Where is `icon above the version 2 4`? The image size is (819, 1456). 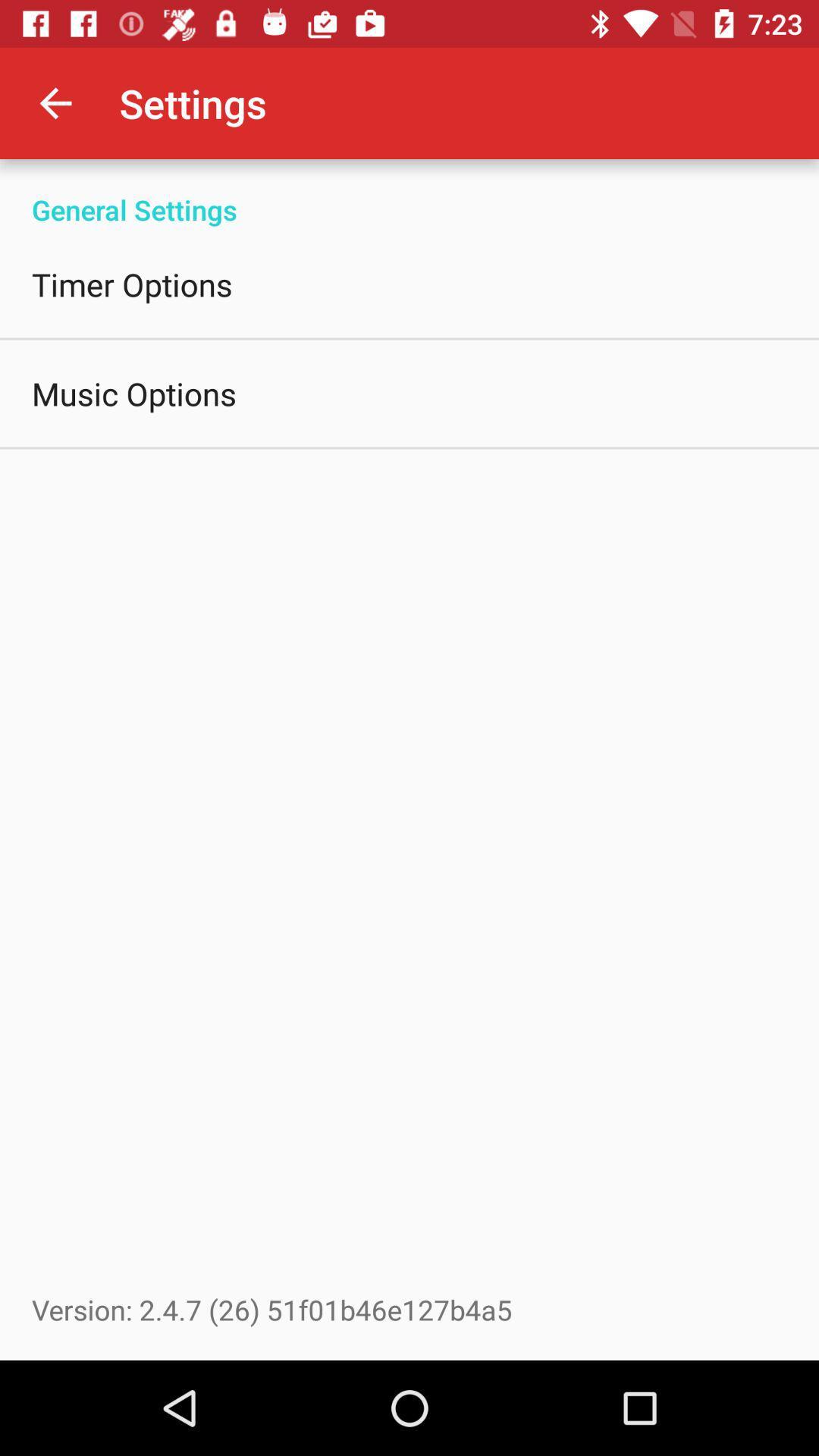
icon above the version 2 4 is located at coordinates (133, 393).